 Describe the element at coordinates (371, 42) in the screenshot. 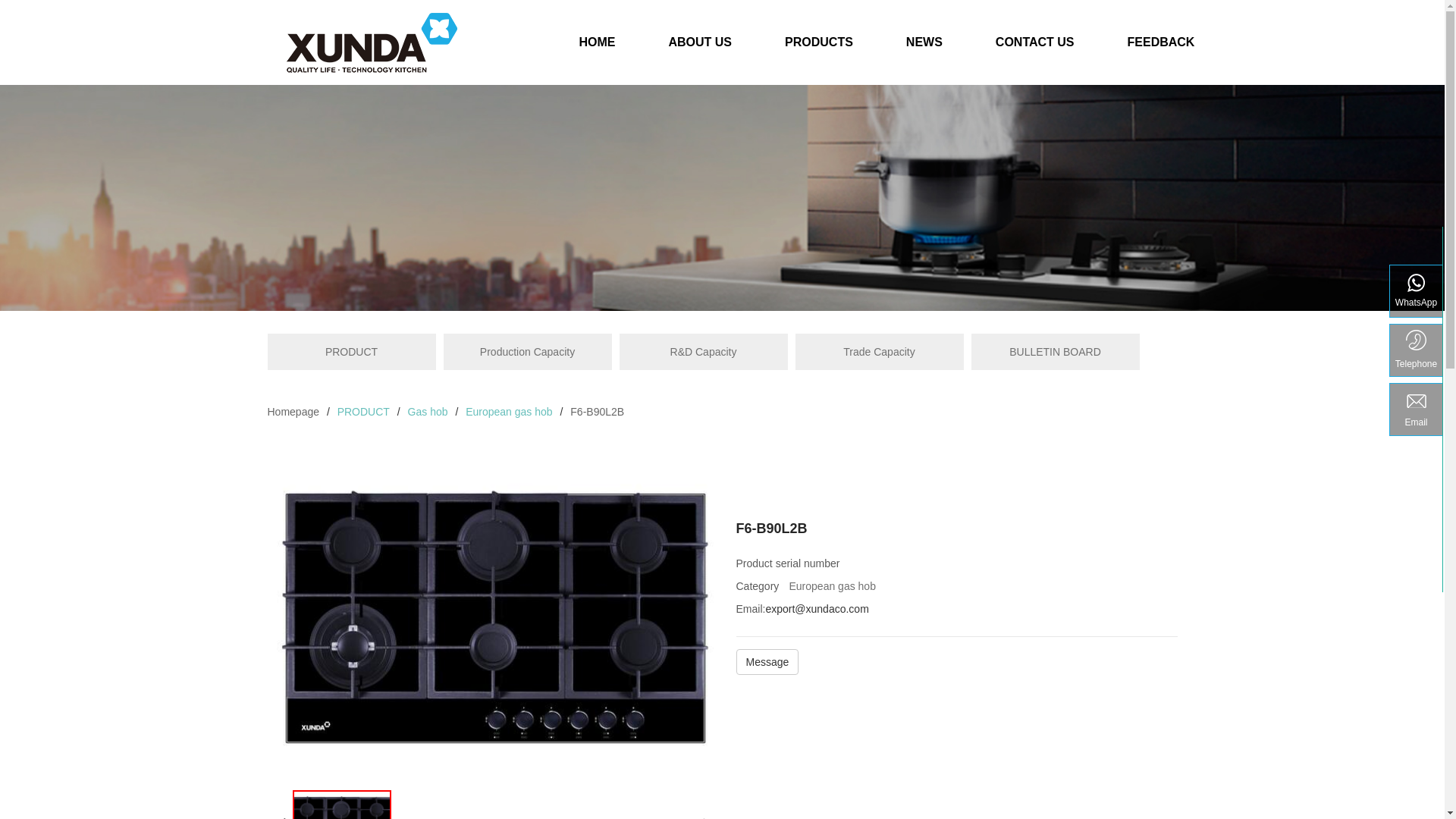

I see `'	Xunda Science & Technology Group Co., Ltd.'` at that location.